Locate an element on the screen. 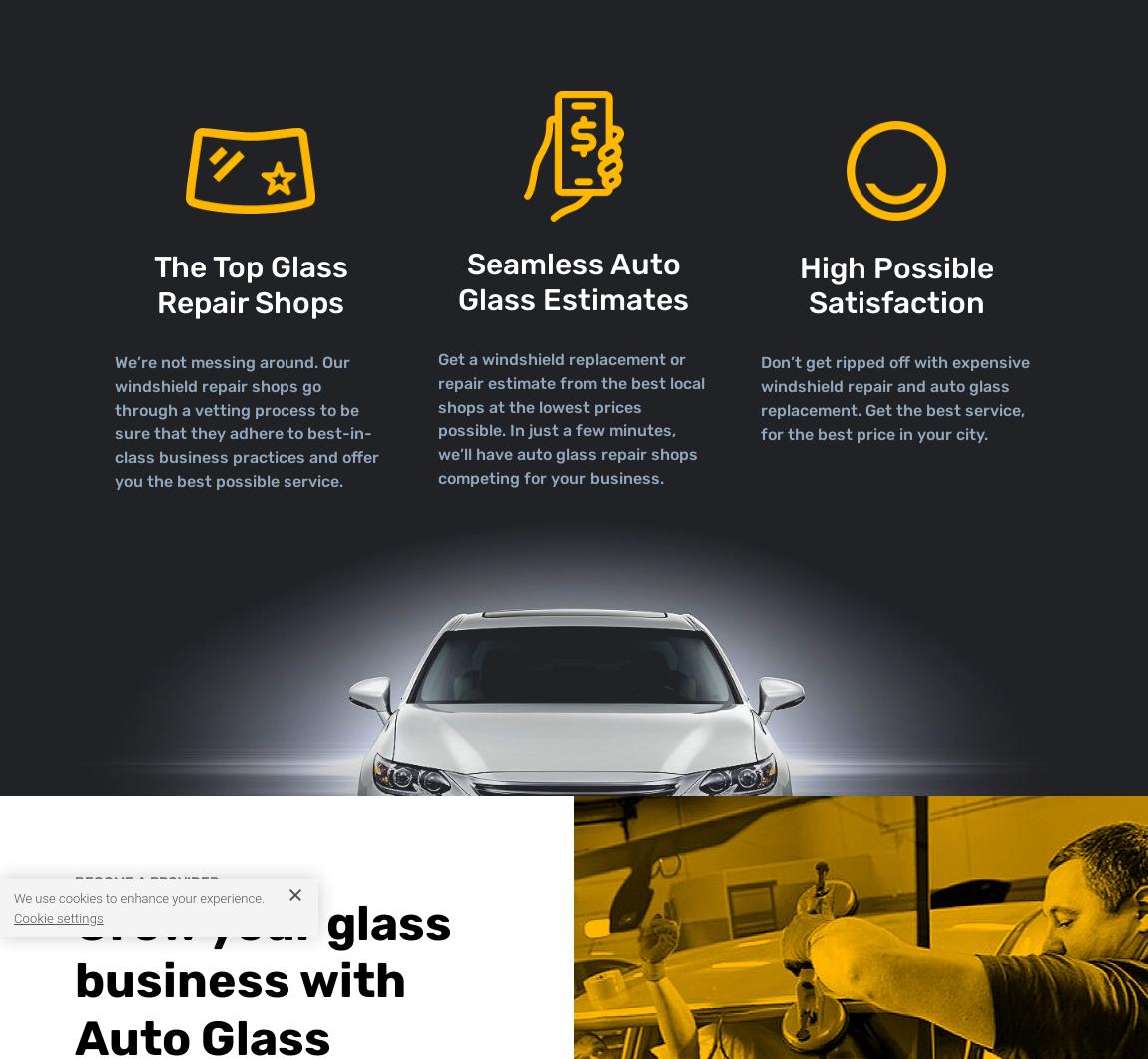 This screenshot has width=1148, height=1059. 'Glass Estimates' is located at coordinates (573, 298).